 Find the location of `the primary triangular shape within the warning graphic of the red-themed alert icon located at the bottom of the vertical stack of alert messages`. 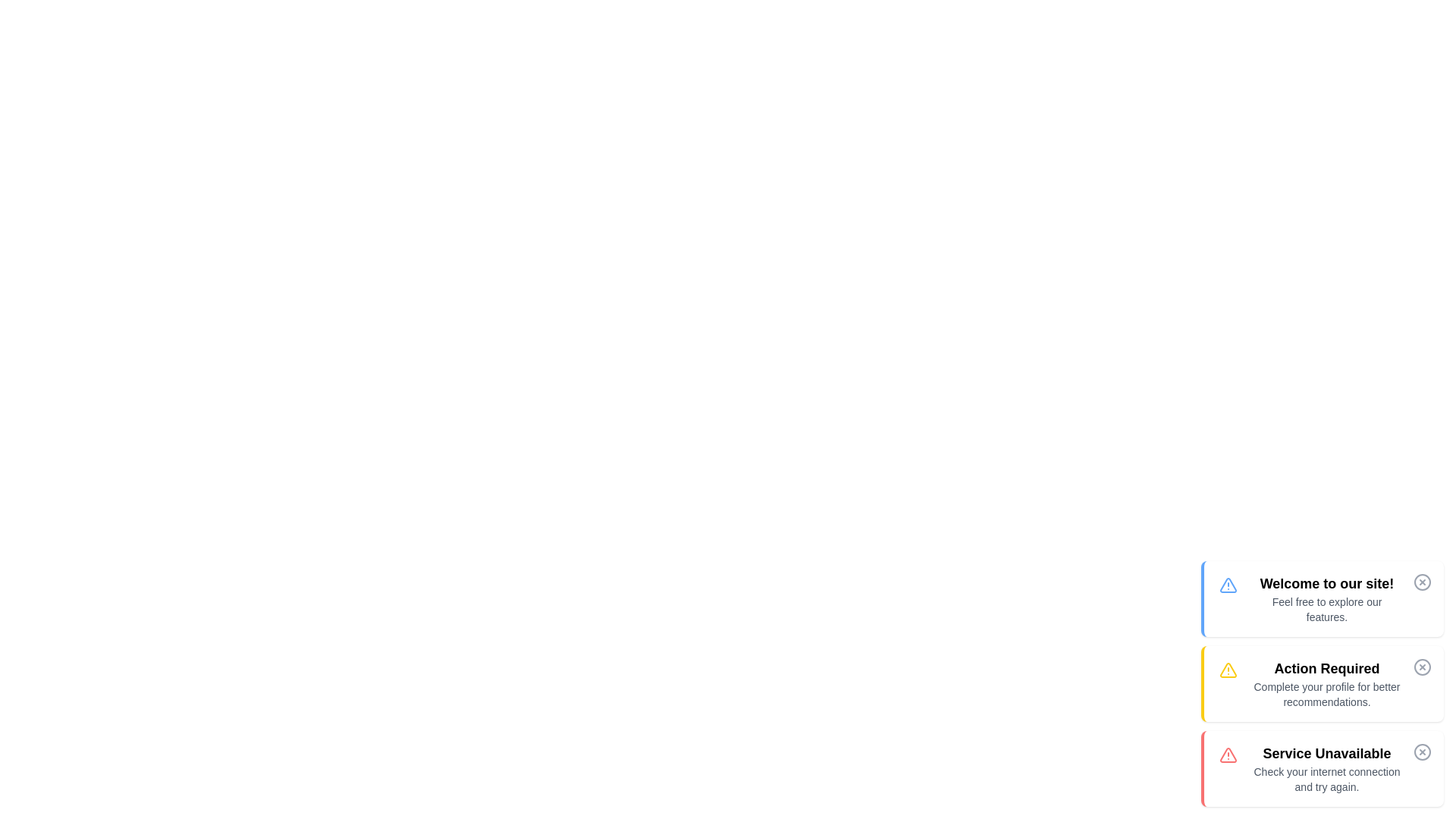

the primary triangular shape within the warning graphic of the red-themed alert icon located at the bottom of the vertical stack of alert messages is located at coordinates (1227, 755).